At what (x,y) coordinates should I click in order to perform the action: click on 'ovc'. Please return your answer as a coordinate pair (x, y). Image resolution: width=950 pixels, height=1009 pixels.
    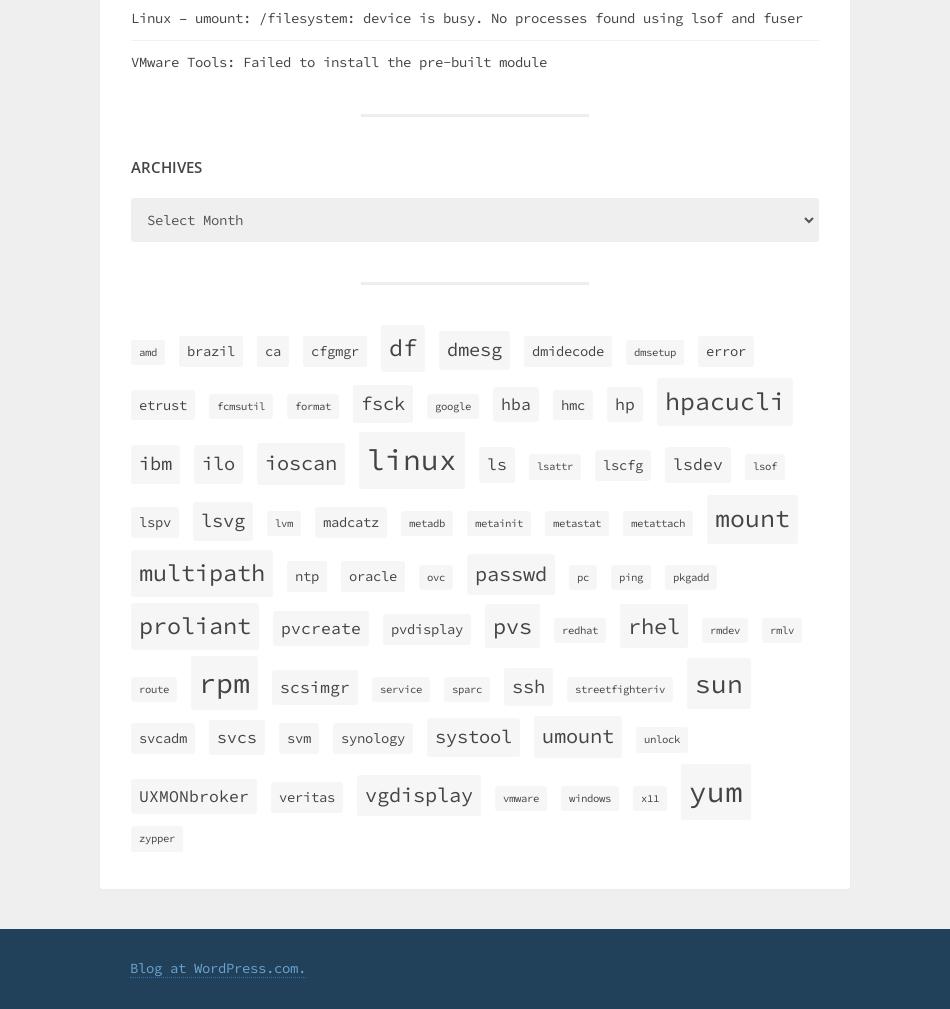
    Looking at the image, I should click on (426, 576).